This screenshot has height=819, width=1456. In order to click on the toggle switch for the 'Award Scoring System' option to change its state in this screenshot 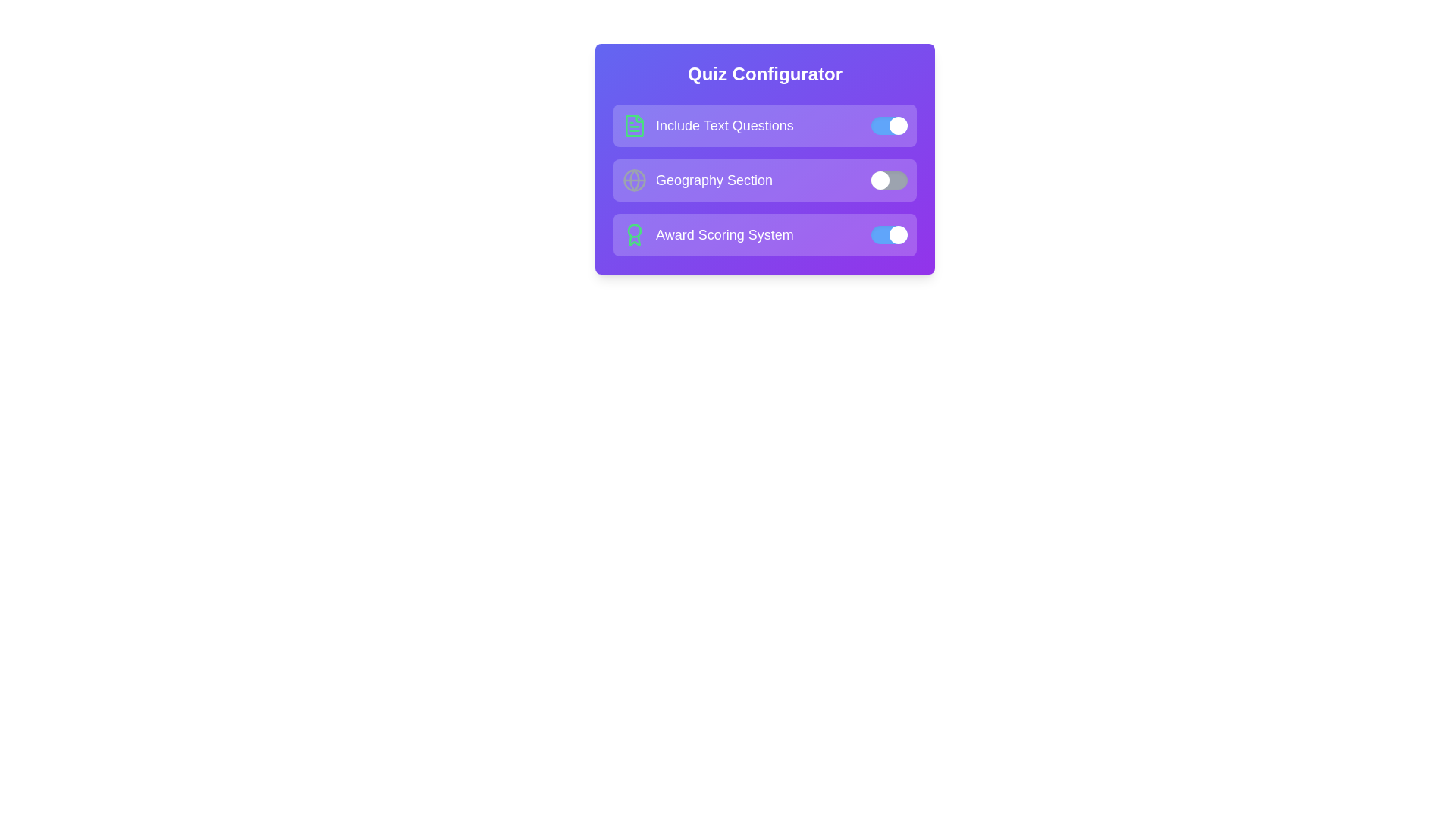, I will do `click(889, 234)`.